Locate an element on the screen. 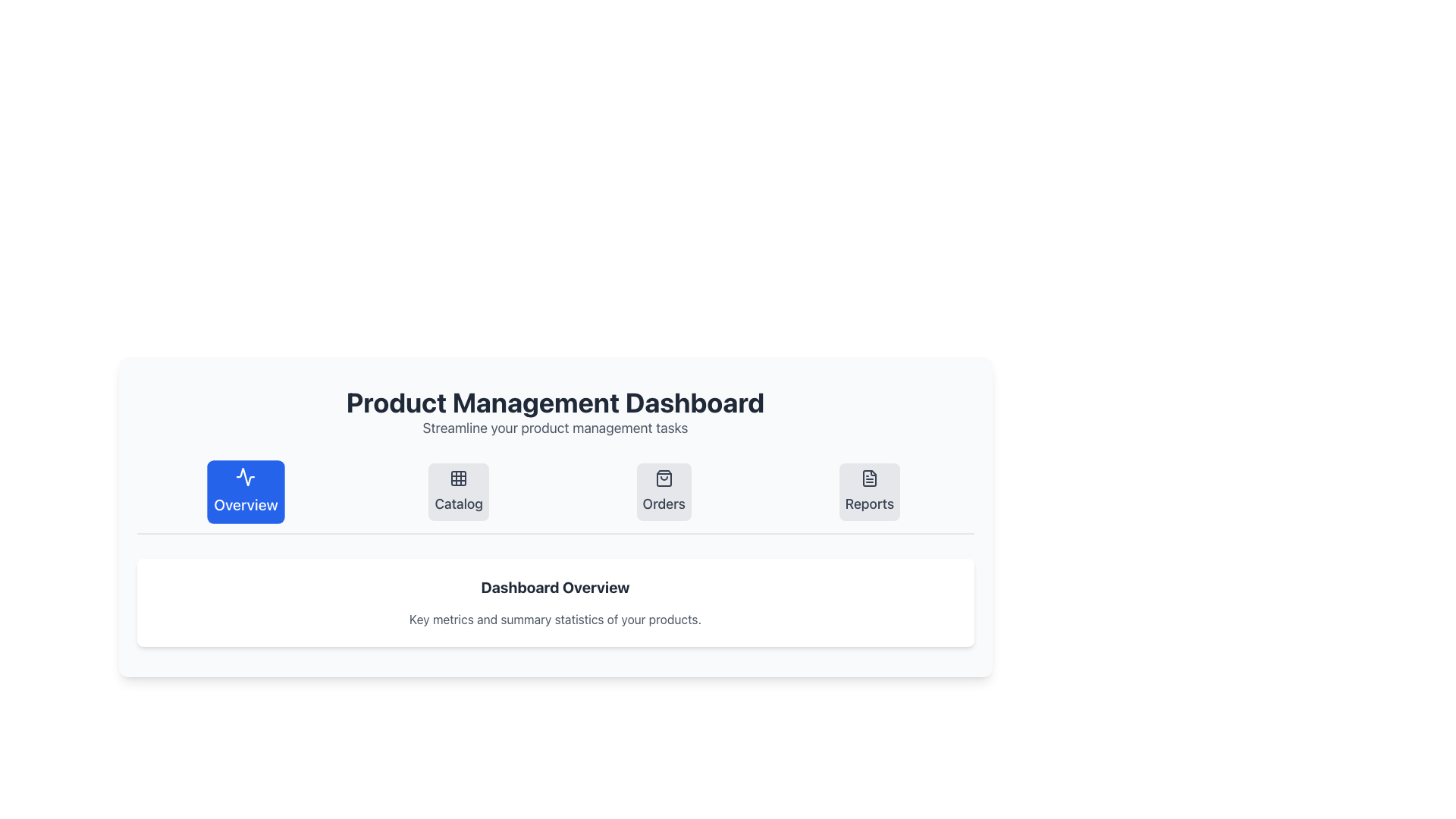 The height and width of the screenshot is (819, 1456). the 'Overview' button which contains a stylized activity chart icon on a blue background is located at coordinates (246, 475).